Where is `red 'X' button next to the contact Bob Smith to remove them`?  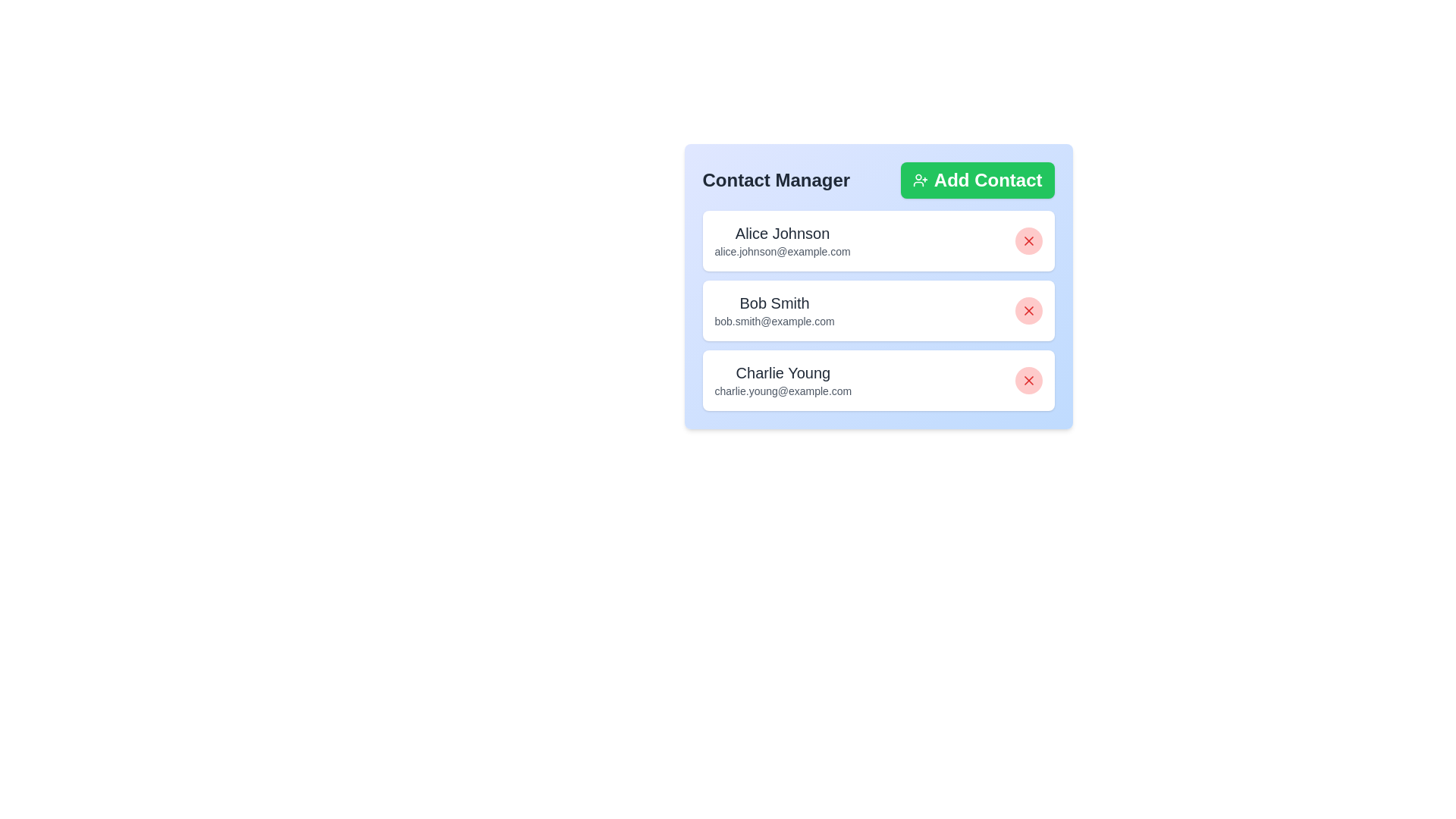 red 'X' button next to the contact Bob Smith to remove them is located at coordinates (1028, 309).